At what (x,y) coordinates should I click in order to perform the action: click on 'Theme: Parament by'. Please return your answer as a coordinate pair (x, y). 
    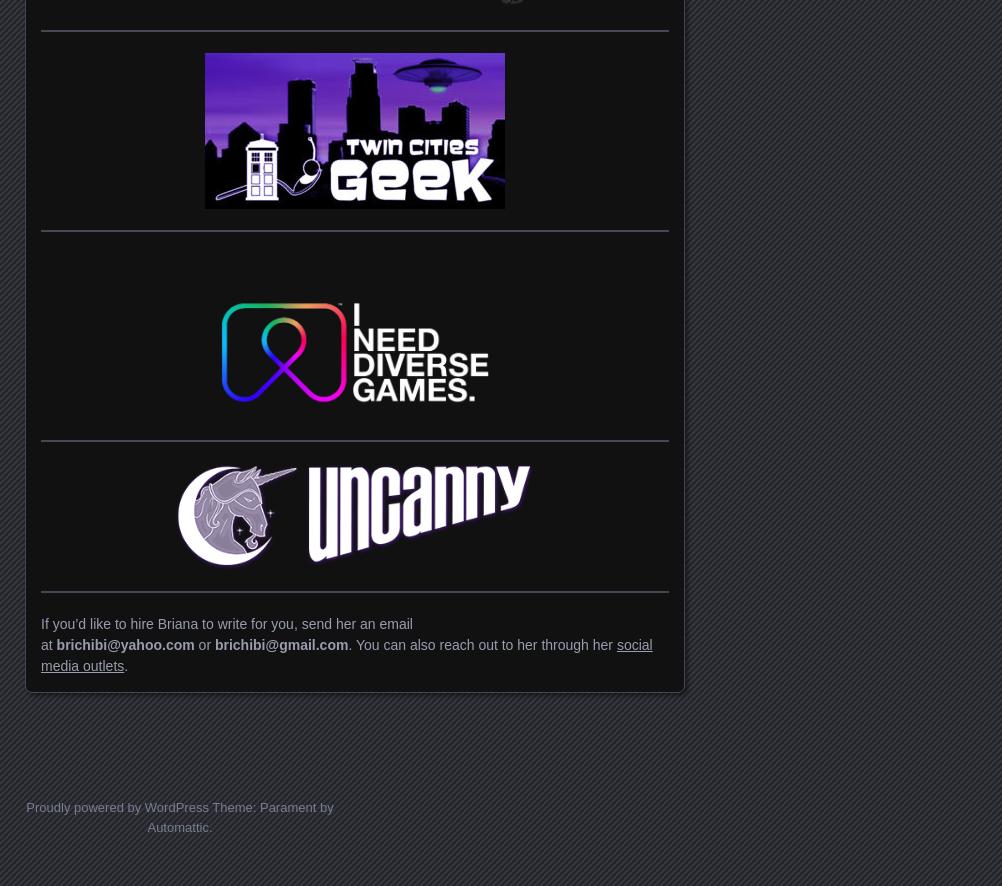
    Looking at the image, I should click on (269, 807).